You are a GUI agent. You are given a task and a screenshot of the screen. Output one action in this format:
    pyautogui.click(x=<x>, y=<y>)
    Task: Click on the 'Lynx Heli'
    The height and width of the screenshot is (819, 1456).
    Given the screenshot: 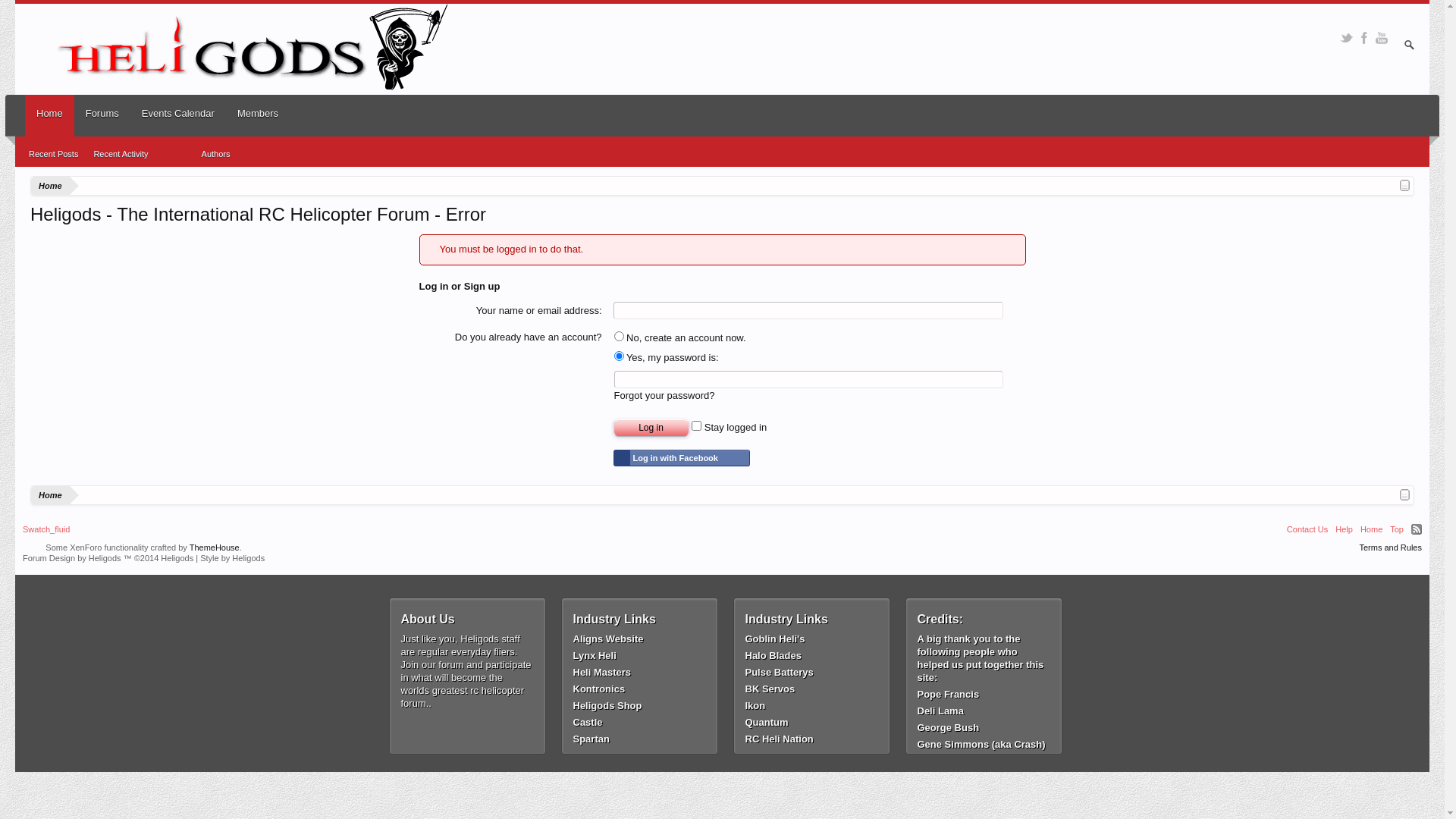 What is the action you would take?
    pyautogui.click(x=639, y=654)
    